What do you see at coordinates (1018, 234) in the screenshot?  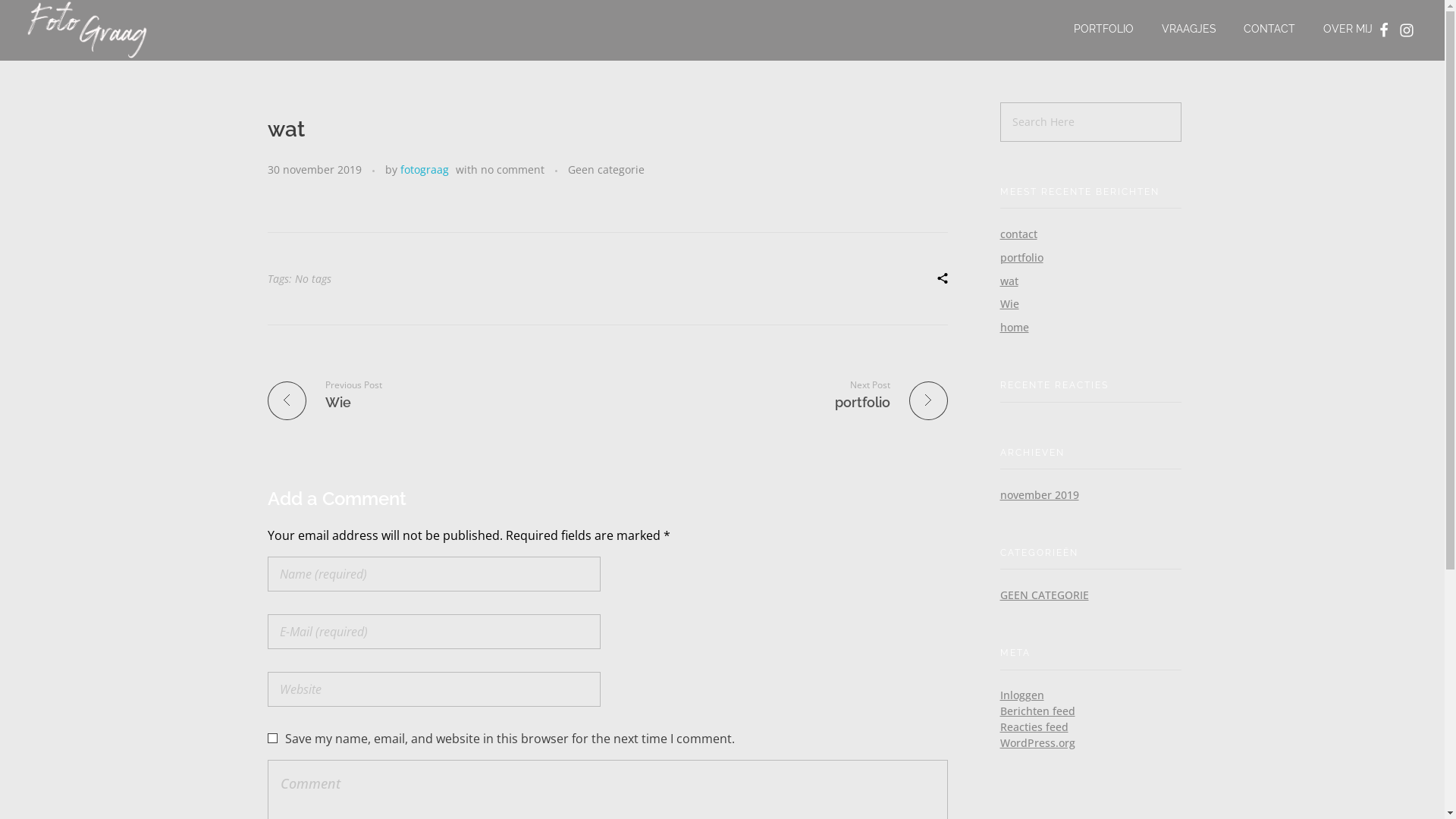 I see `'contact'` at bounding box center [1018, 234].